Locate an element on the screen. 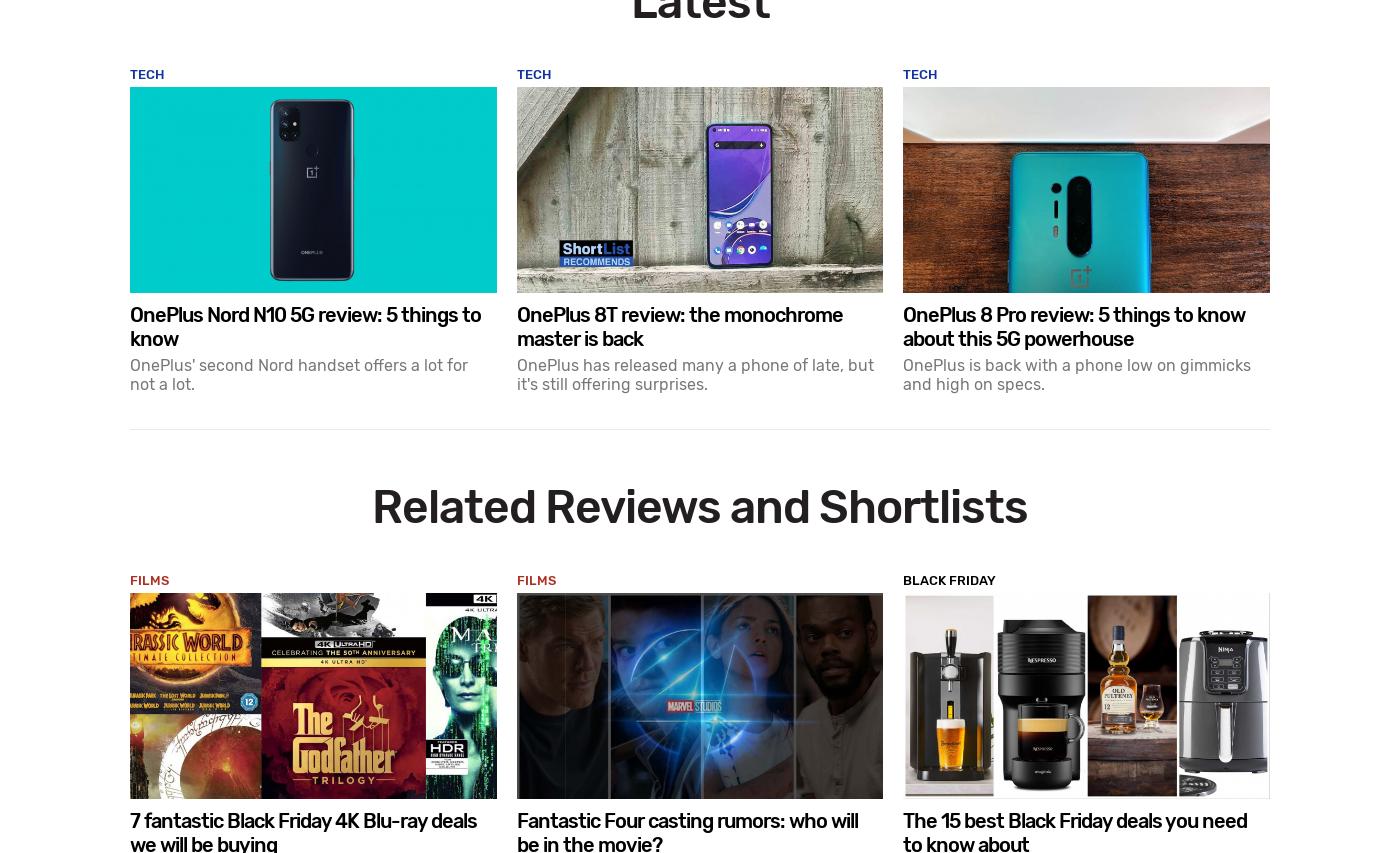 This screenshot has width=1400, height=853. 'OnePlus Nord N10 5G review: 5 things to know' is located at coordinates (130, 327).